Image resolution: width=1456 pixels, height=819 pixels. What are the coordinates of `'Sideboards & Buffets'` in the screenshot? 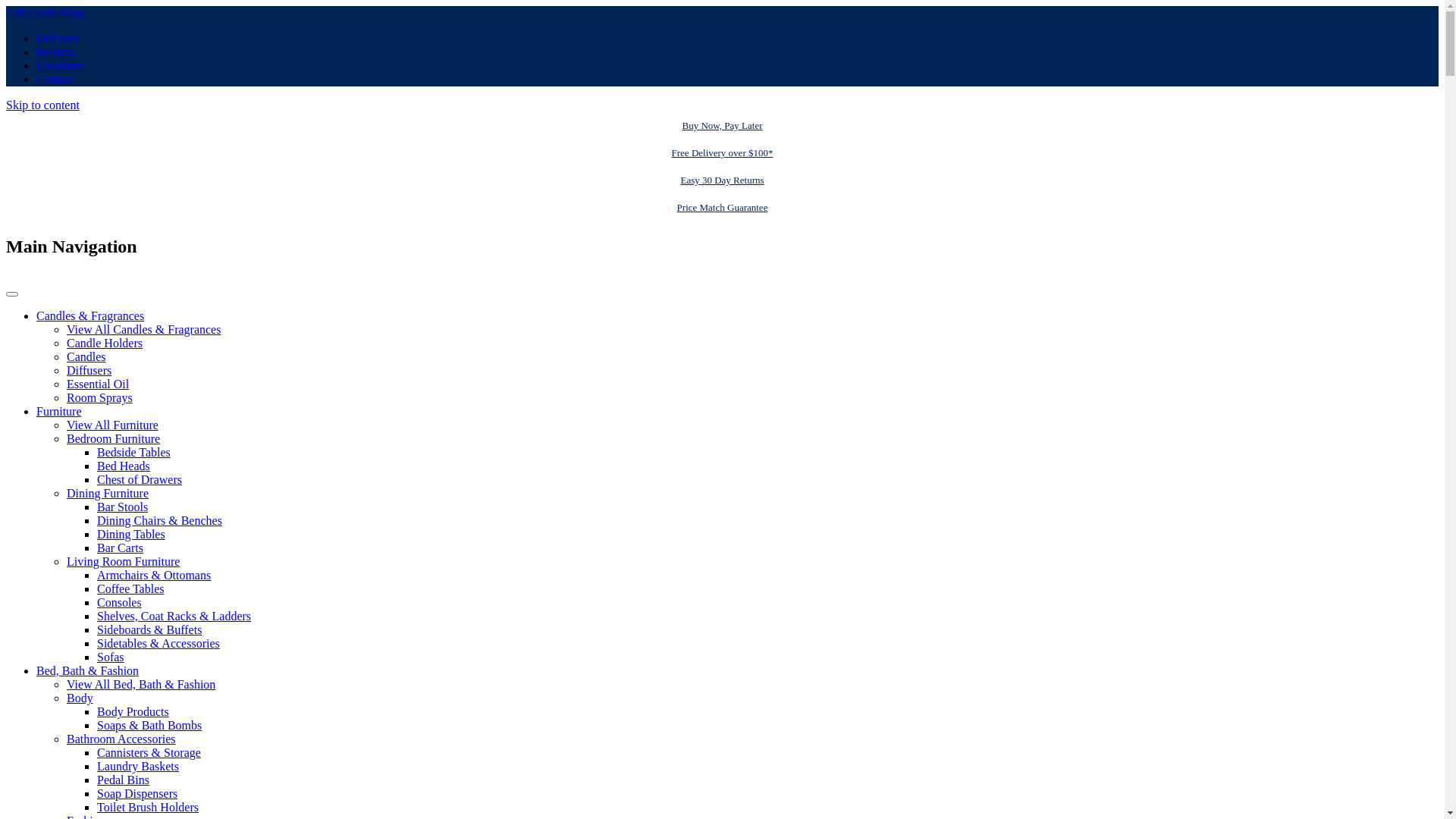 It's located at (149, 629).